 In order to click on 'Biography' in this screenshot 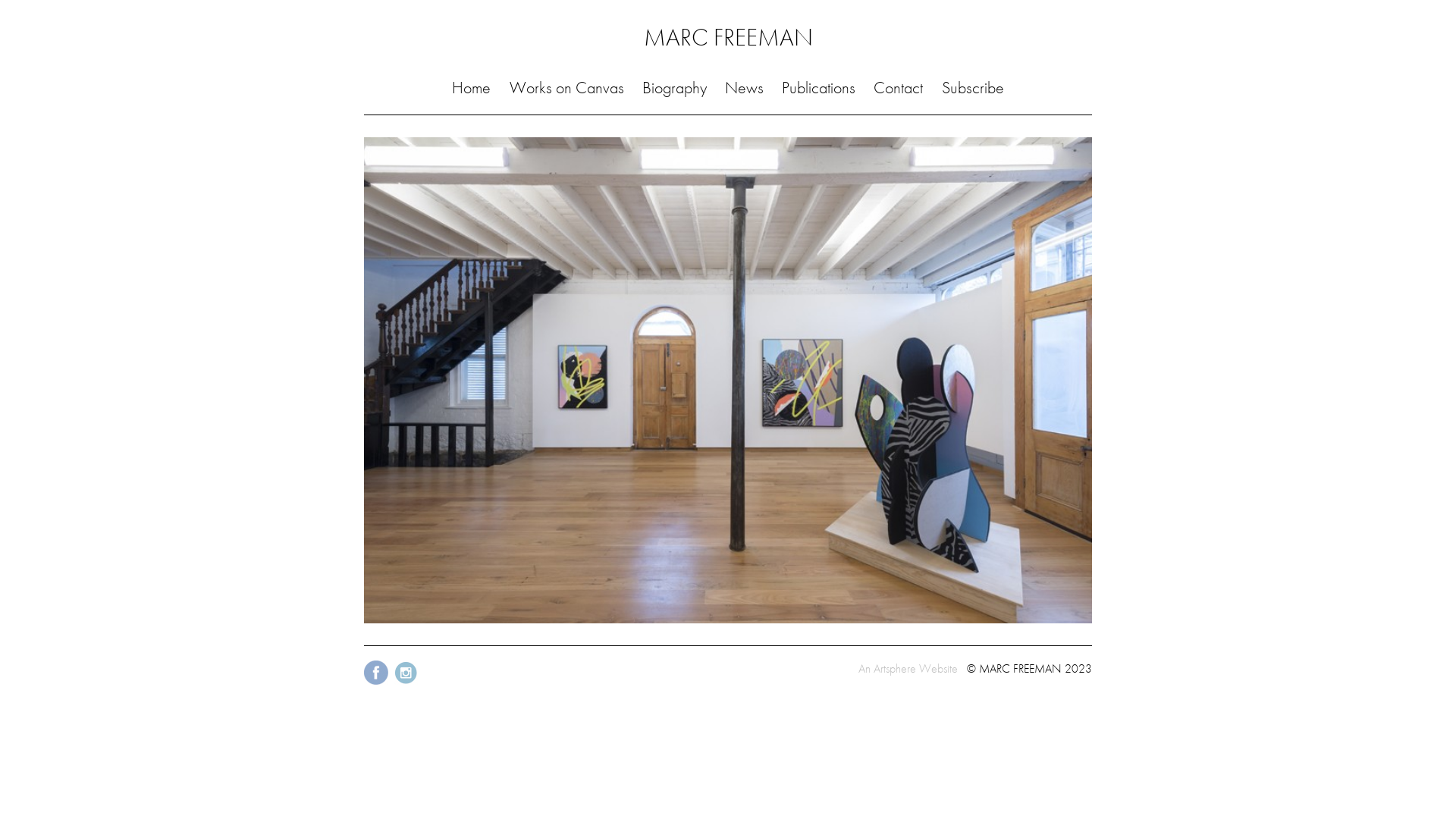, I will do `click(673, 87)`.